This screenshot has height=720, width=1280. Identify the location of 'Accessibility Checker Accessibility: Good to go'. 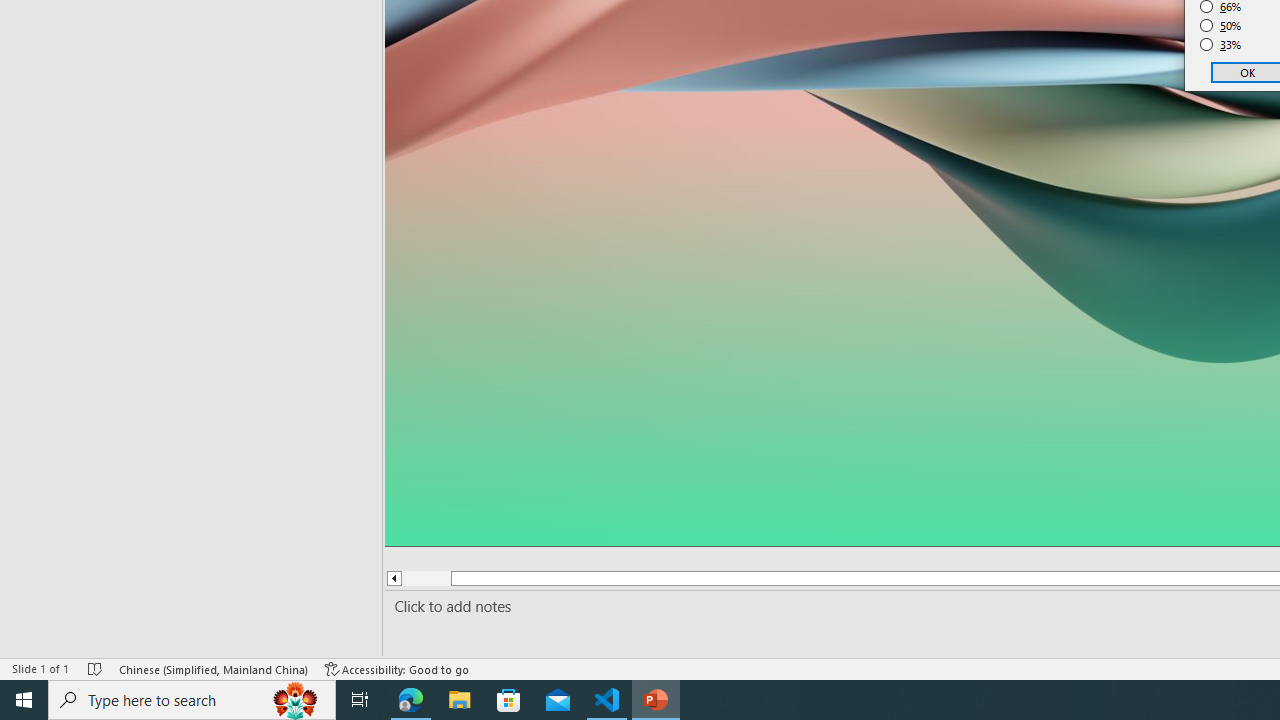
(397, 669).